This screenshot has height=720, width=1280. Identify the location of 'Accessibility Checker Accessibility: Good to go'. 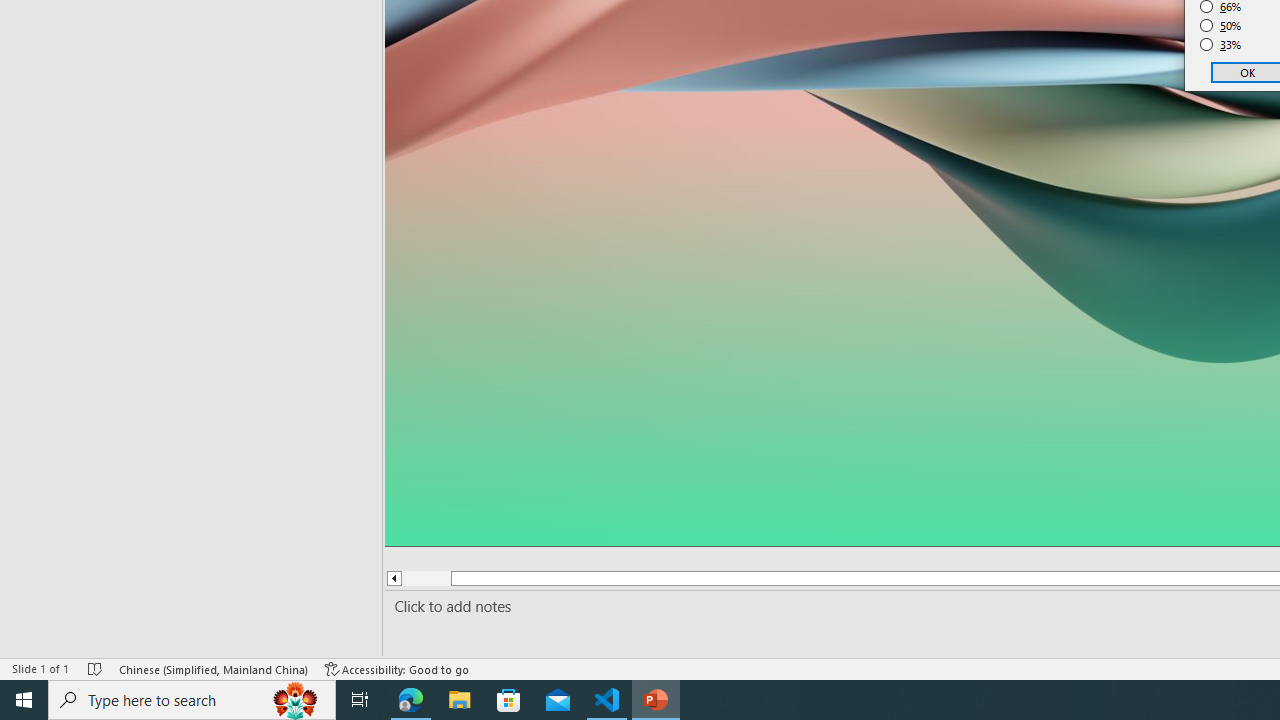
(397, 669).